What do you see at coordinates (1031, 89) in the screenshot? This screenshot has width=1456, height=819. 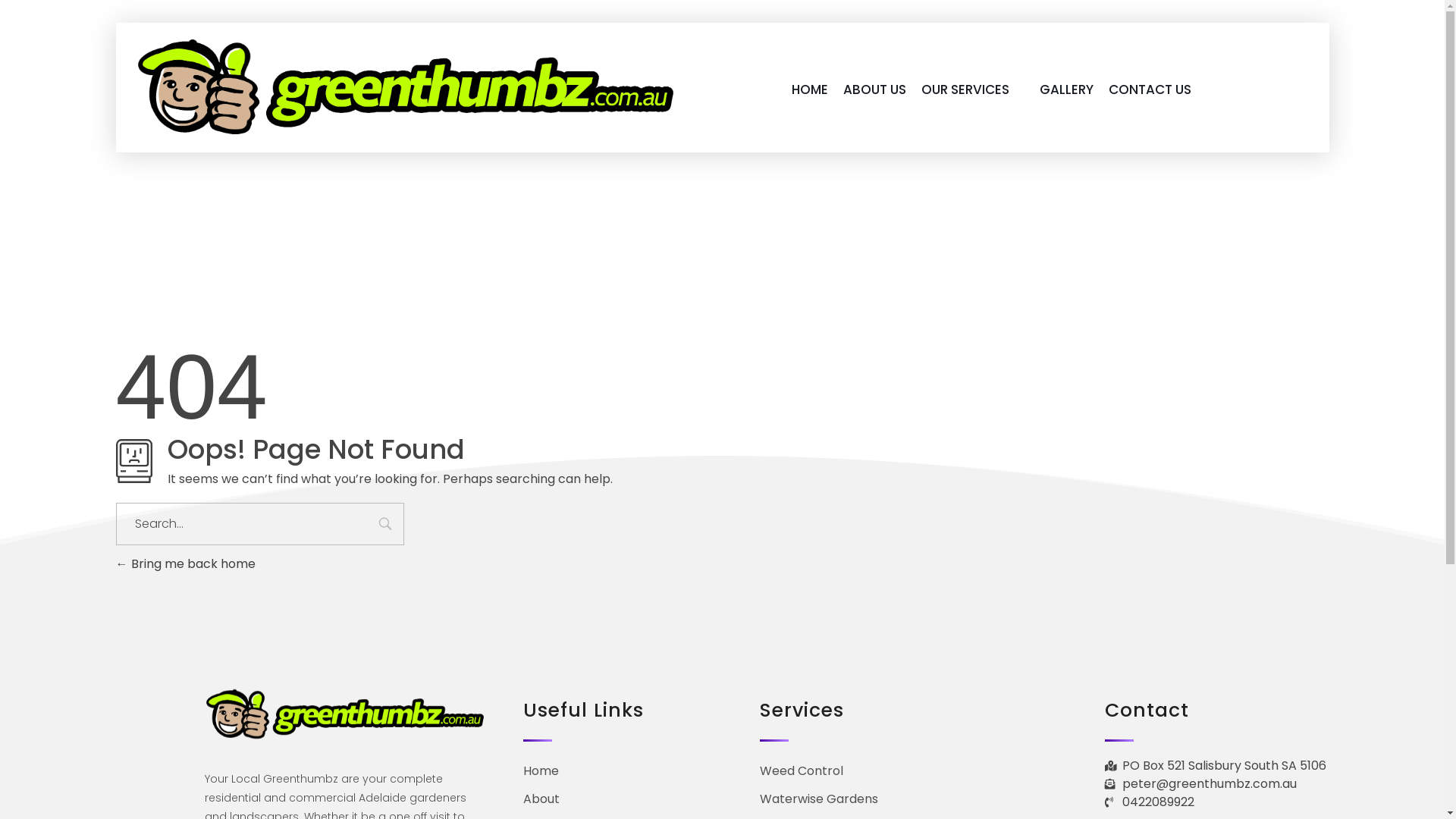 I see `'GALLERY'` at bounding box center [1031, 89].